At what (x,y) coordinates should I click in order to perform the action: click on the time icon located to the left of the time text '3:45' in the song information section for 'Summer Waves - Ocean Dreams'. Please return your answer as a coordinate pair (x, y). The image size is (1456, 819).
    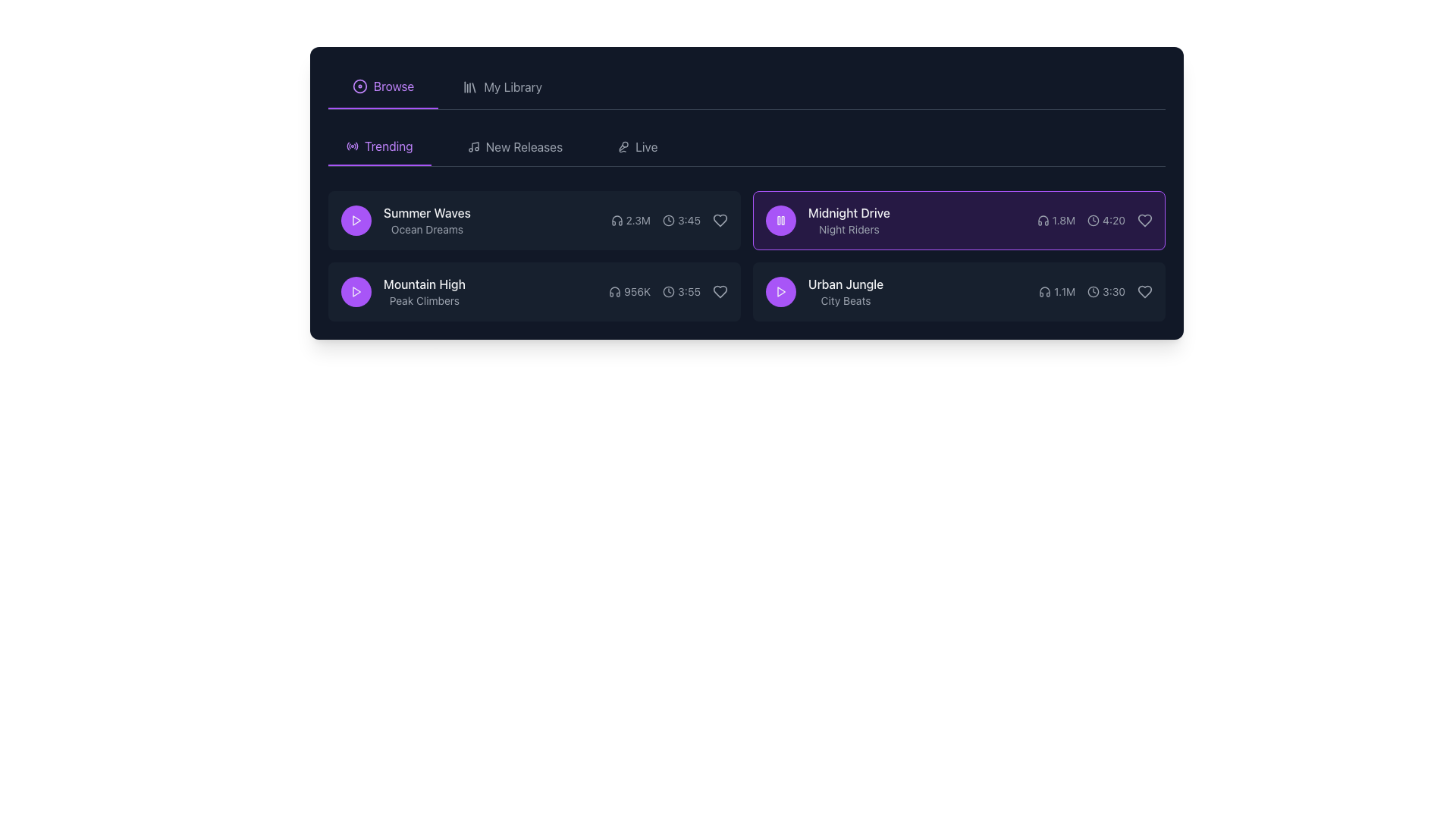
    Looking at the image, I should click on (668, 220).